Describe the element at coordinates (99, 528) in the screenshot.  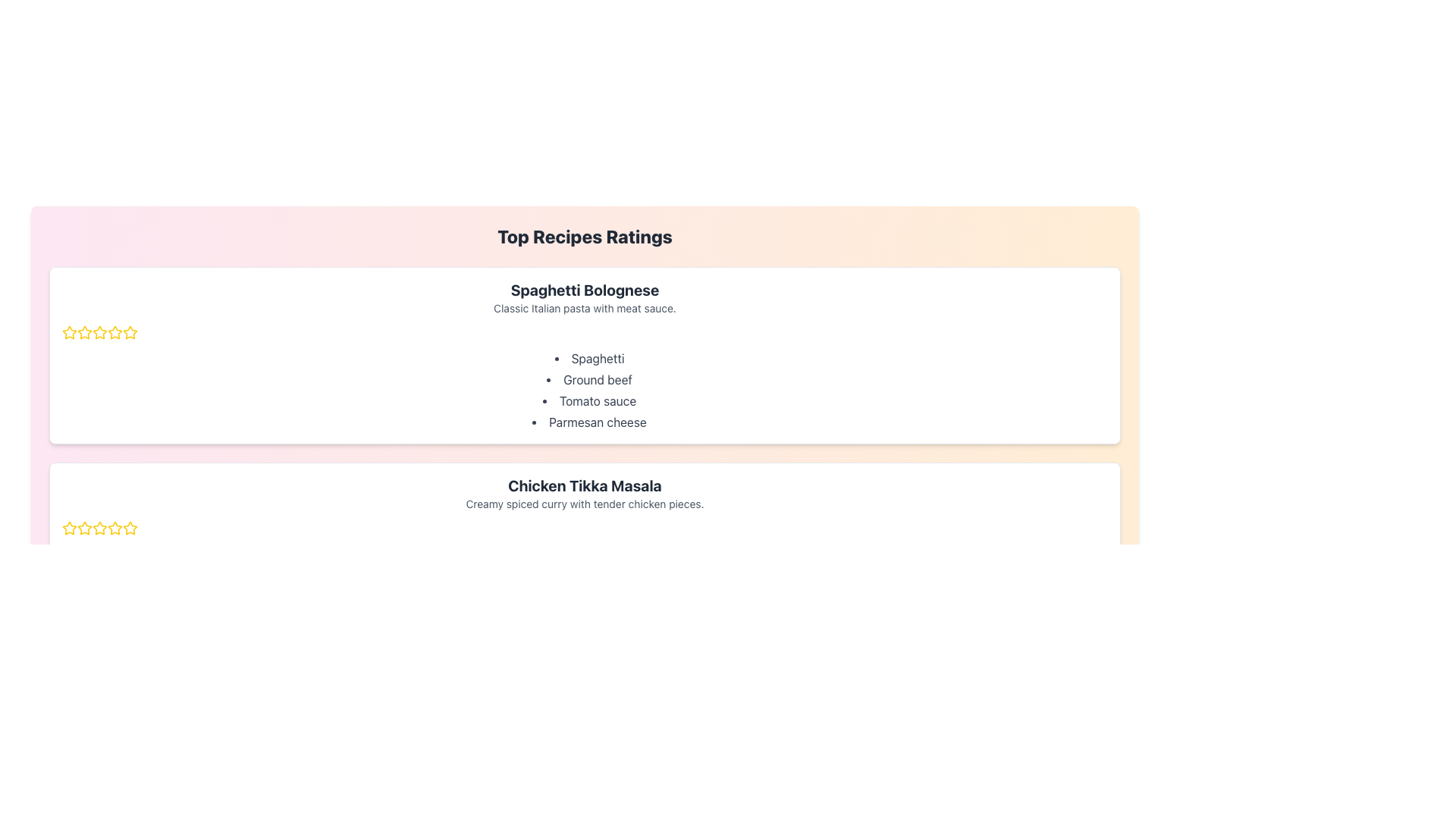
I see `the fourth star icon in the rating component under the title 'Chicken Tikka Masala' to rate it` at that location.